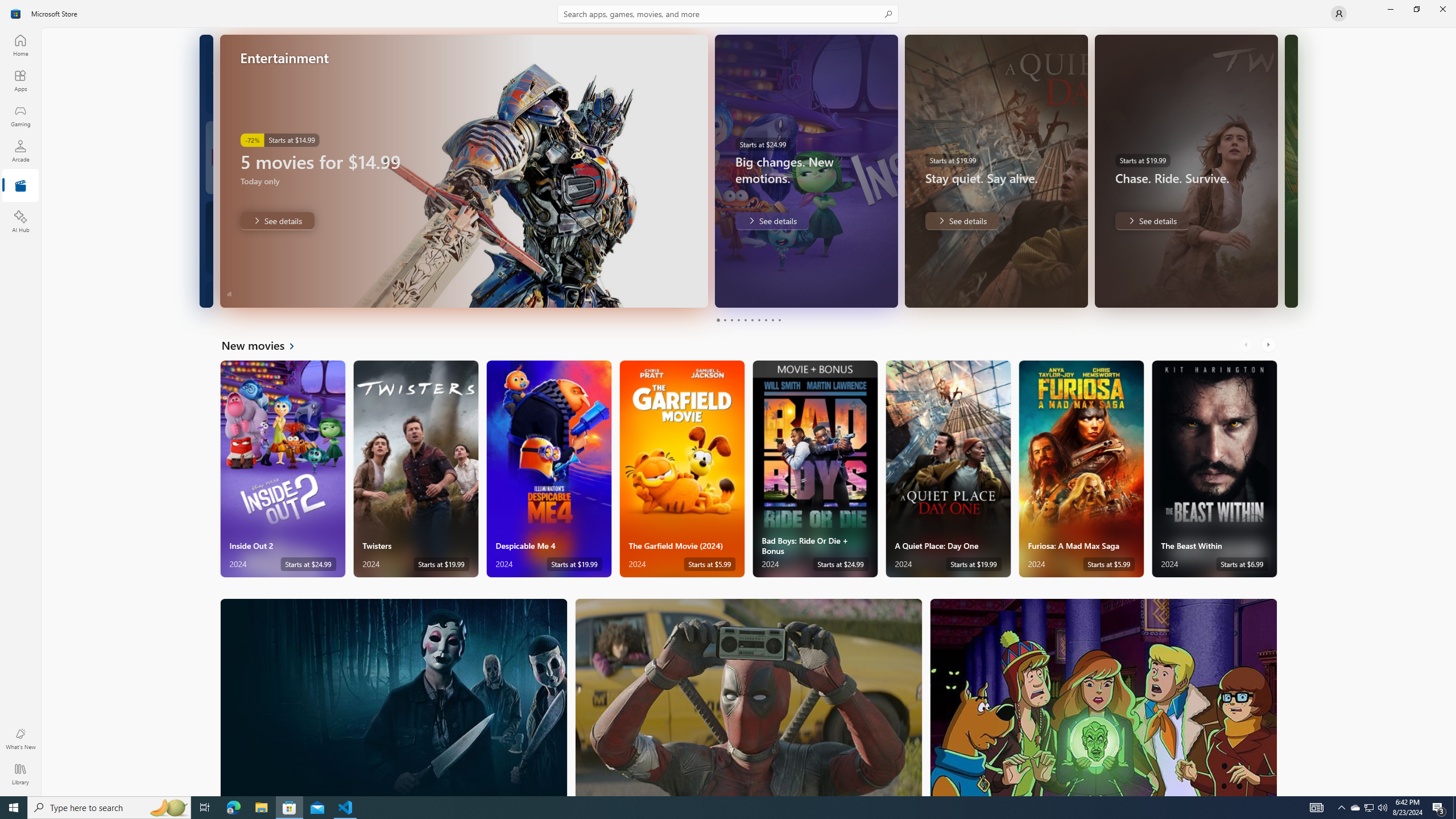 The image size is (1456, 819). I want to click on 'Restore Microsoft Store', so click(1416, 9).